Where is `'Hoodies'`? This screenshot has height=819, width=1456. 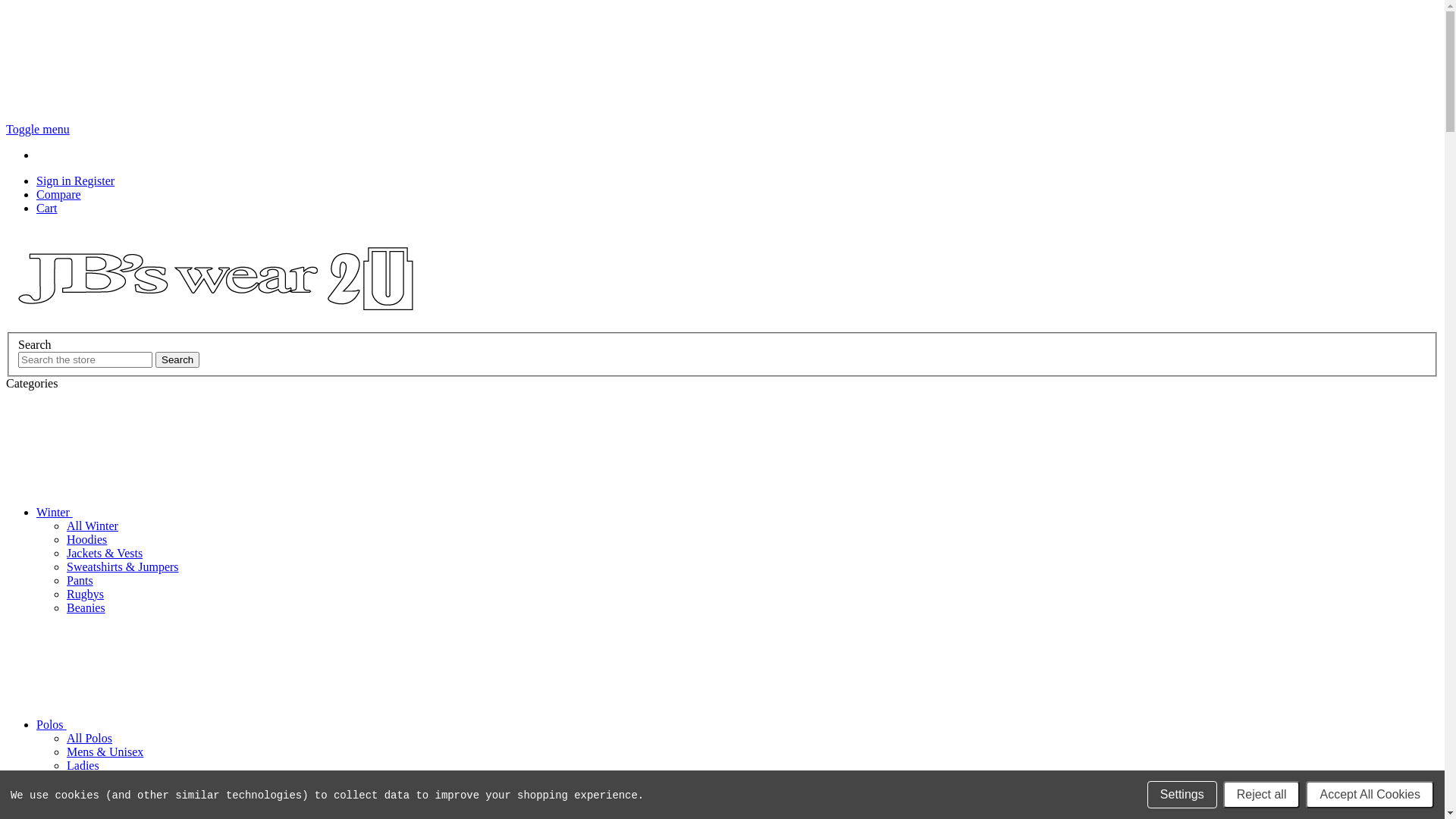
'Hoodies' is located at coordinates (65, 538).